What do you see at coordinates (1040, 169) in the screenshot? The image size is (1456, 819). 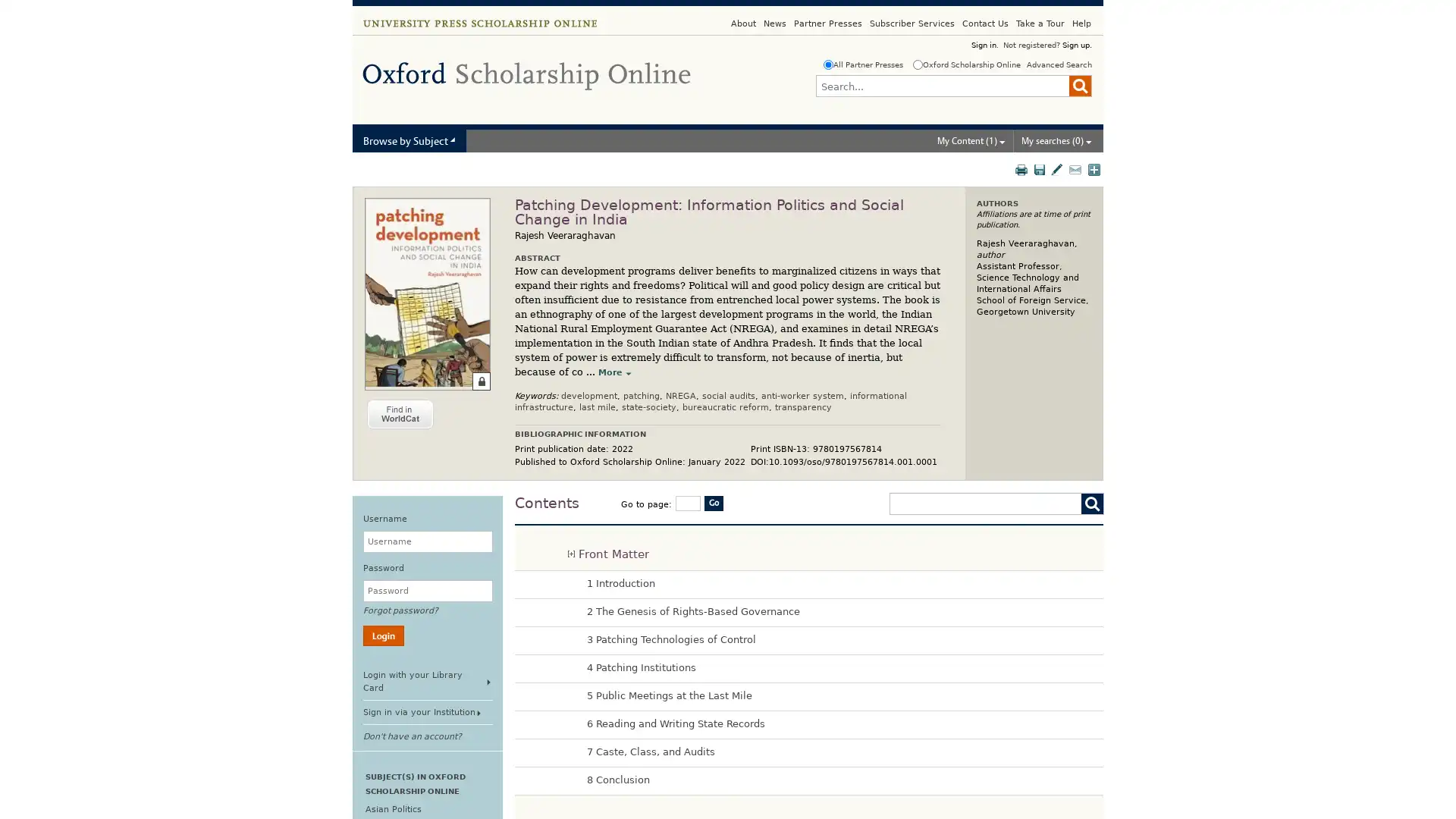 I see `Save` at bounding box center [1040, 169].